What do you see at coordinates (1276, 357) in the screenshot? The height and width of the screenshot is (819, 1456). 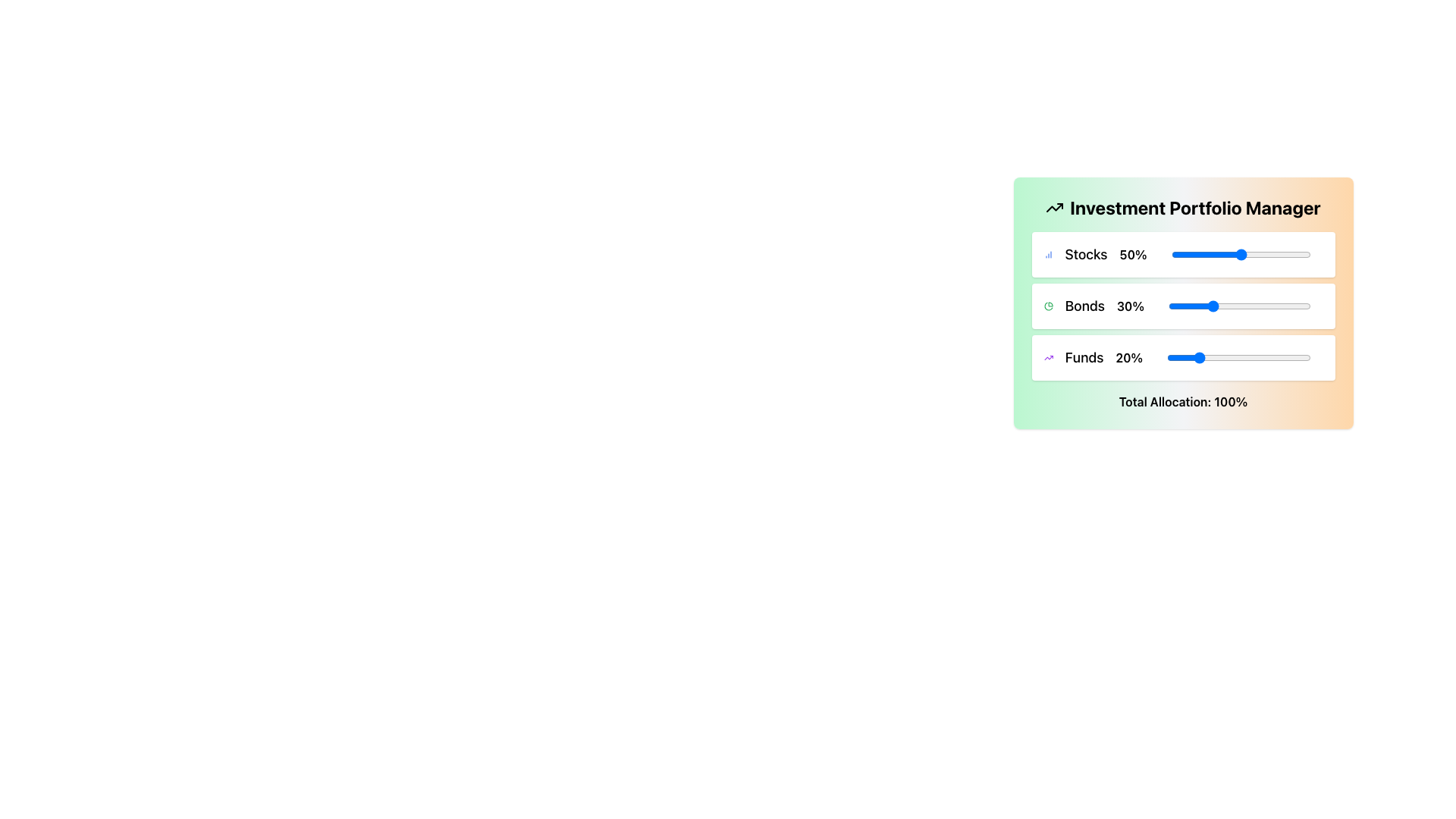 I see `the 'Funds' allocation` at bounding box center [1276, 357].